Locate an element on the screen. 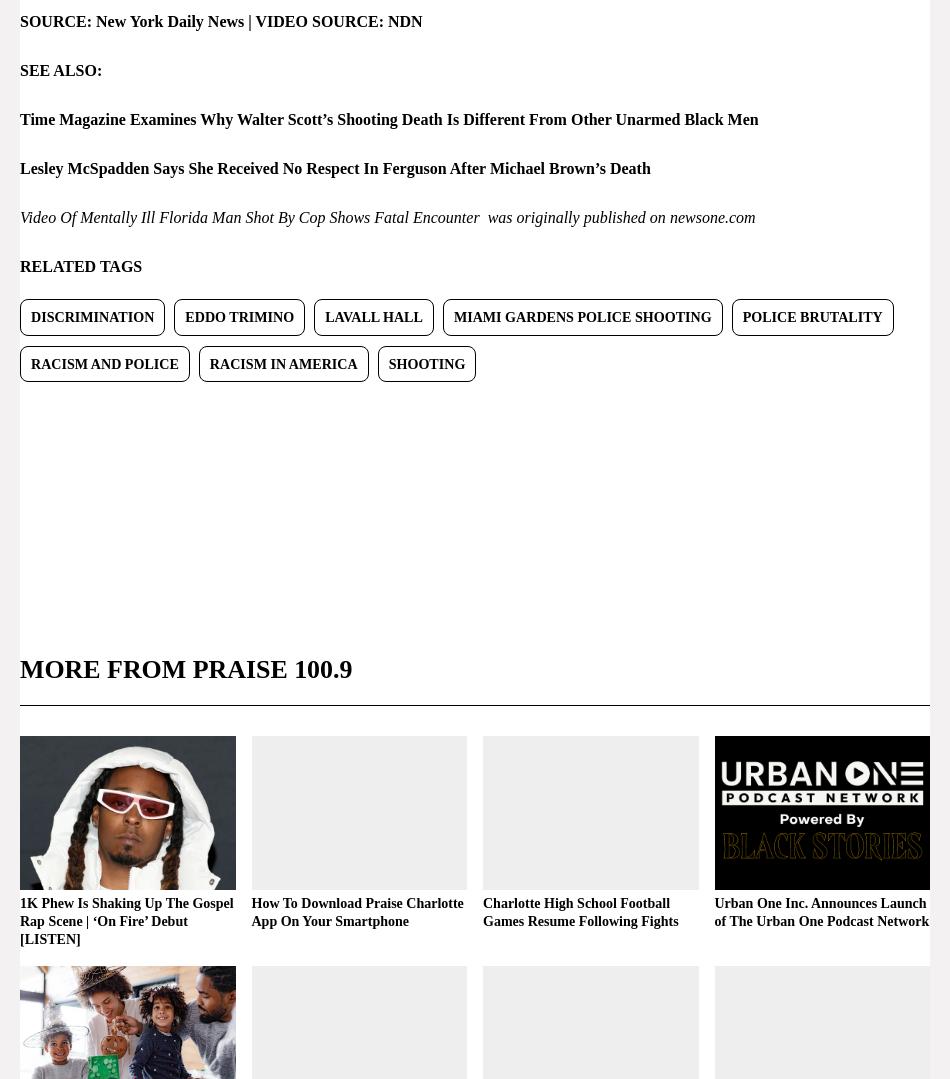 Image resolution: width=950 pixels, height=1079 pixels. 'Miami Gardens Police Shooting' is located at coordinates (581, 315).